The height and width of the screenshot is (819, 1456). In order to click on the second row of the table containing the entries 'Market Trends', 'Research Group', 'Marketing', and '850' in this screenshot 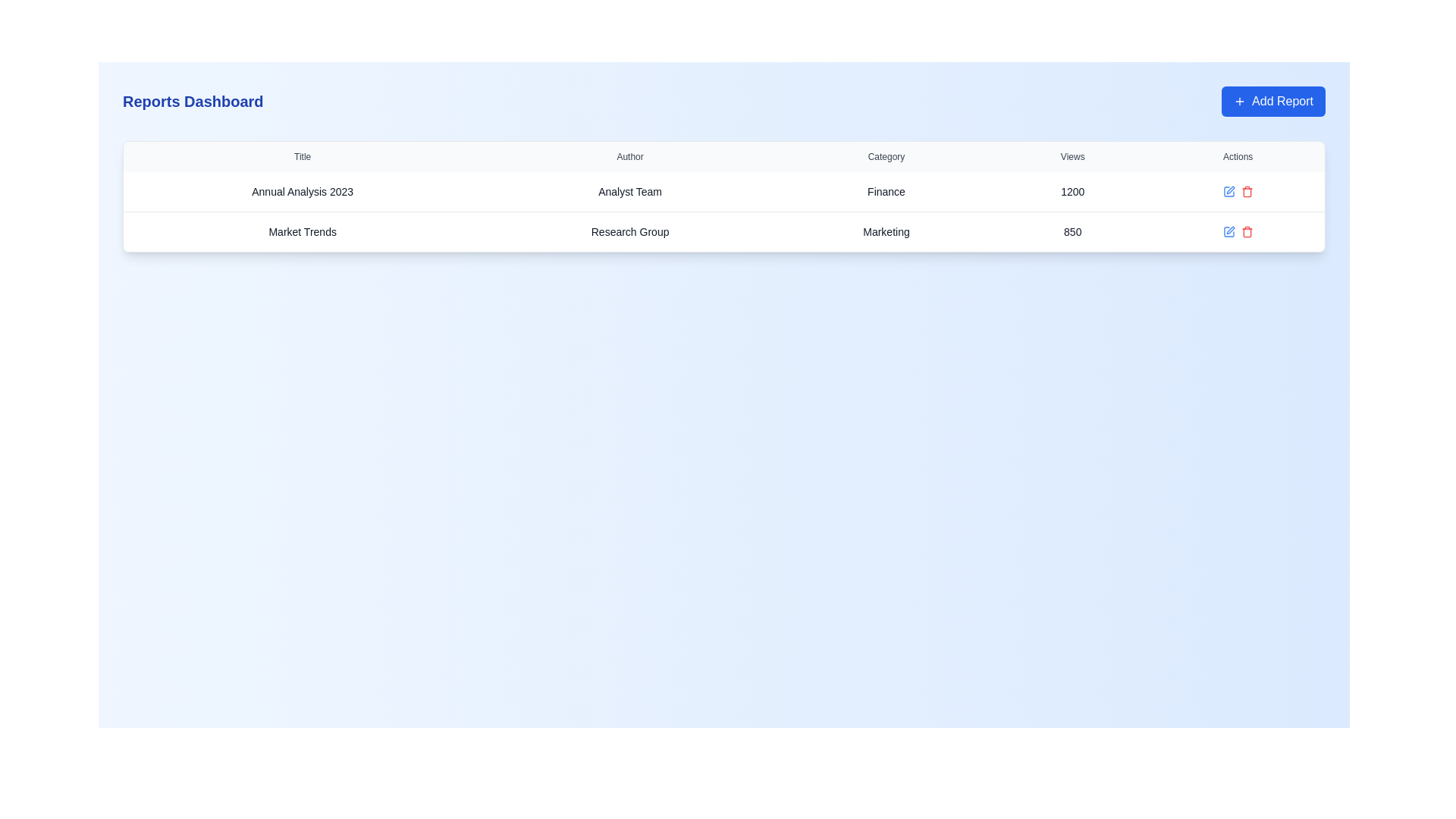, I will do `click(723, 231)`.